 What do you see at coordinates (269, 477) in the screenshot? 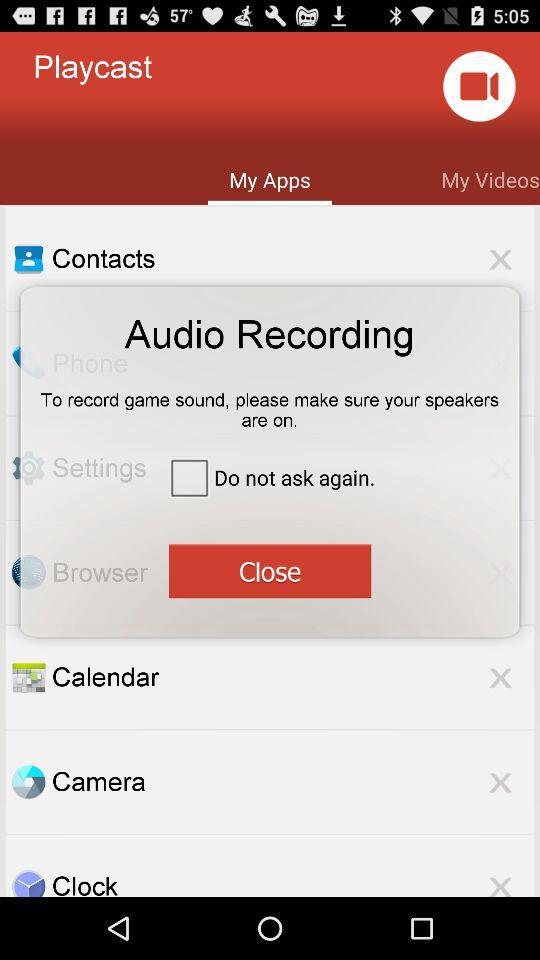
I see `the do not ask` at bounding box center [269, 477].